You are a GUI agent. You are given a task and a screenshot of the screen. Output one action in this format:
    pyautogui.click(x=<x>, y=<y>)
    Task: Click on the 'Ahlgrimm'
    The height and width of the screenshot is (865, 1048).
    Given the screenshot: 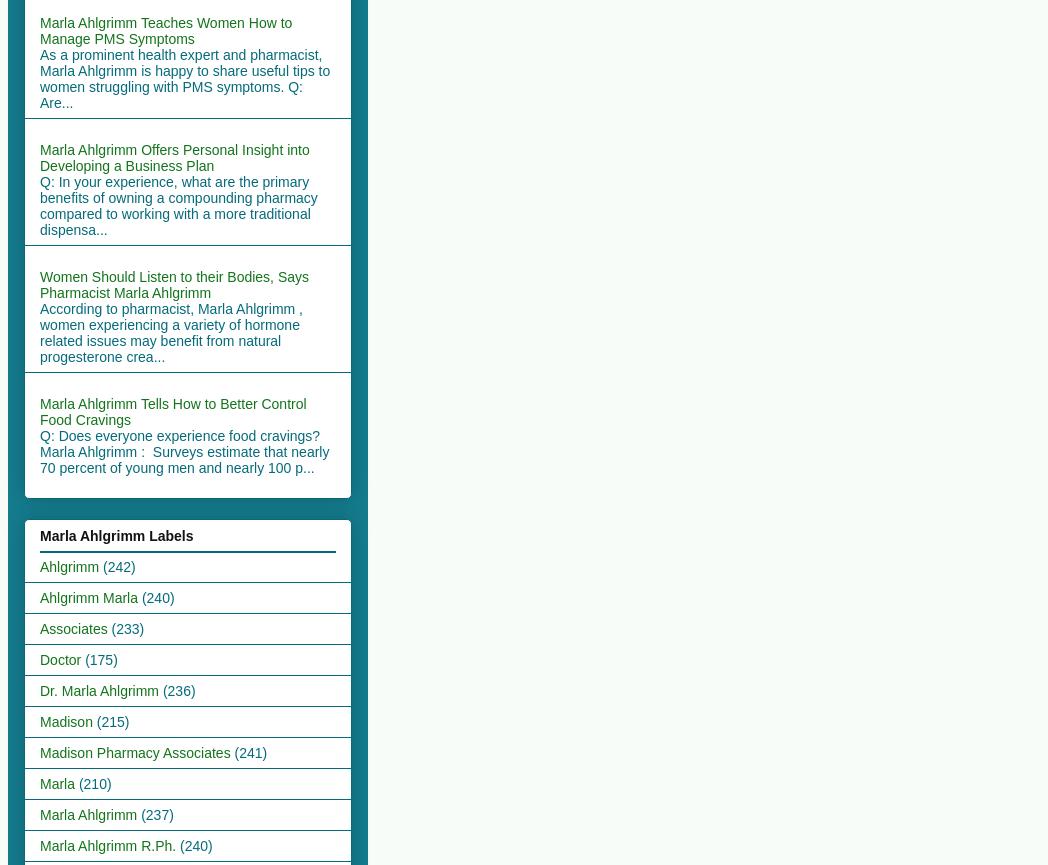 What is the action you would take?
    pyautogui.click(x=39, y=564)
    